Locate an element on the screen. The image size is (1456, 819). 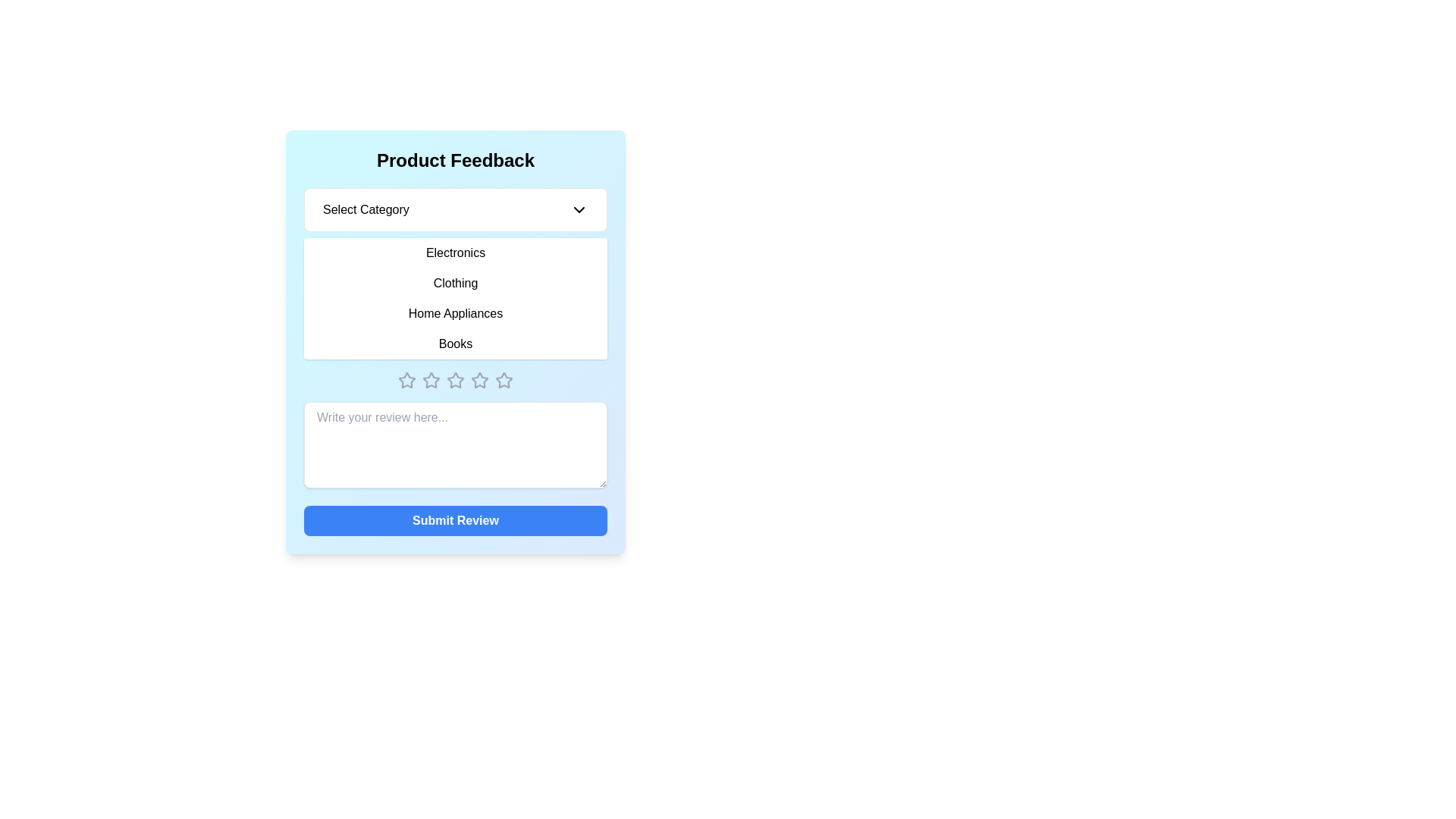
the 'Home Appliances' option in the dropdown menu under the 'Select Category' section is located at coordinates (454, 312).